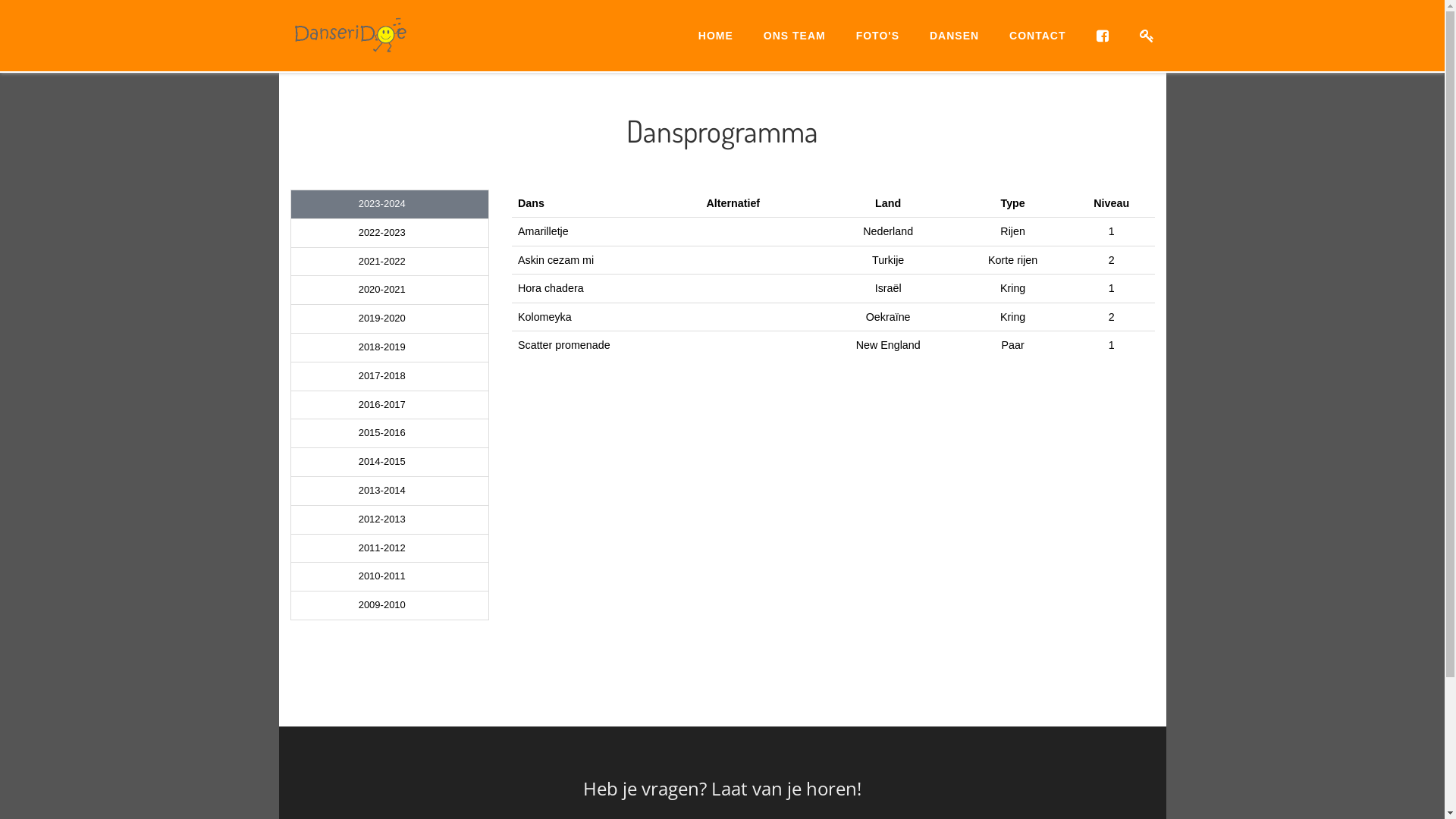 The height and width of the screenshot is (819, 1456). I want to click on '2016-2017', so click(291, 404).